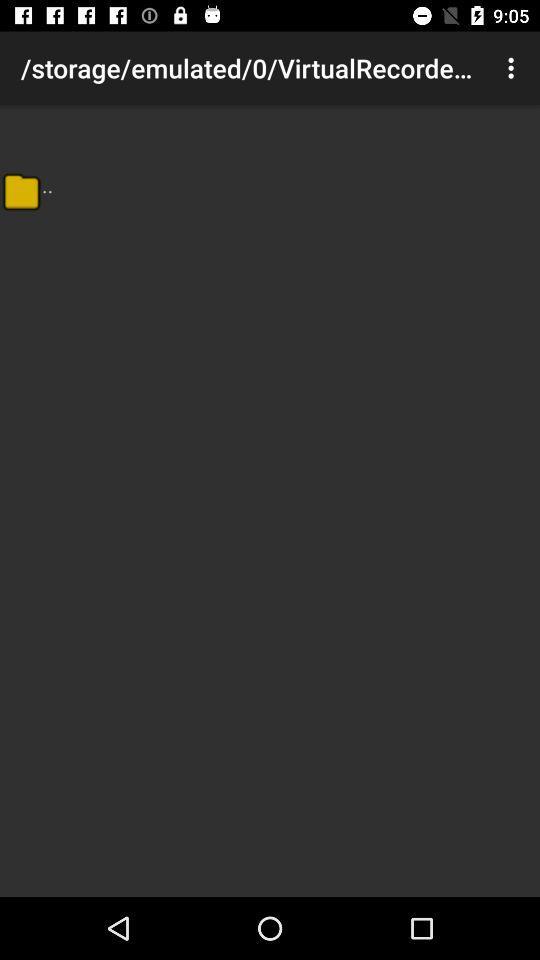  I want to click on the icon at the top right corner, so click(513, 68).